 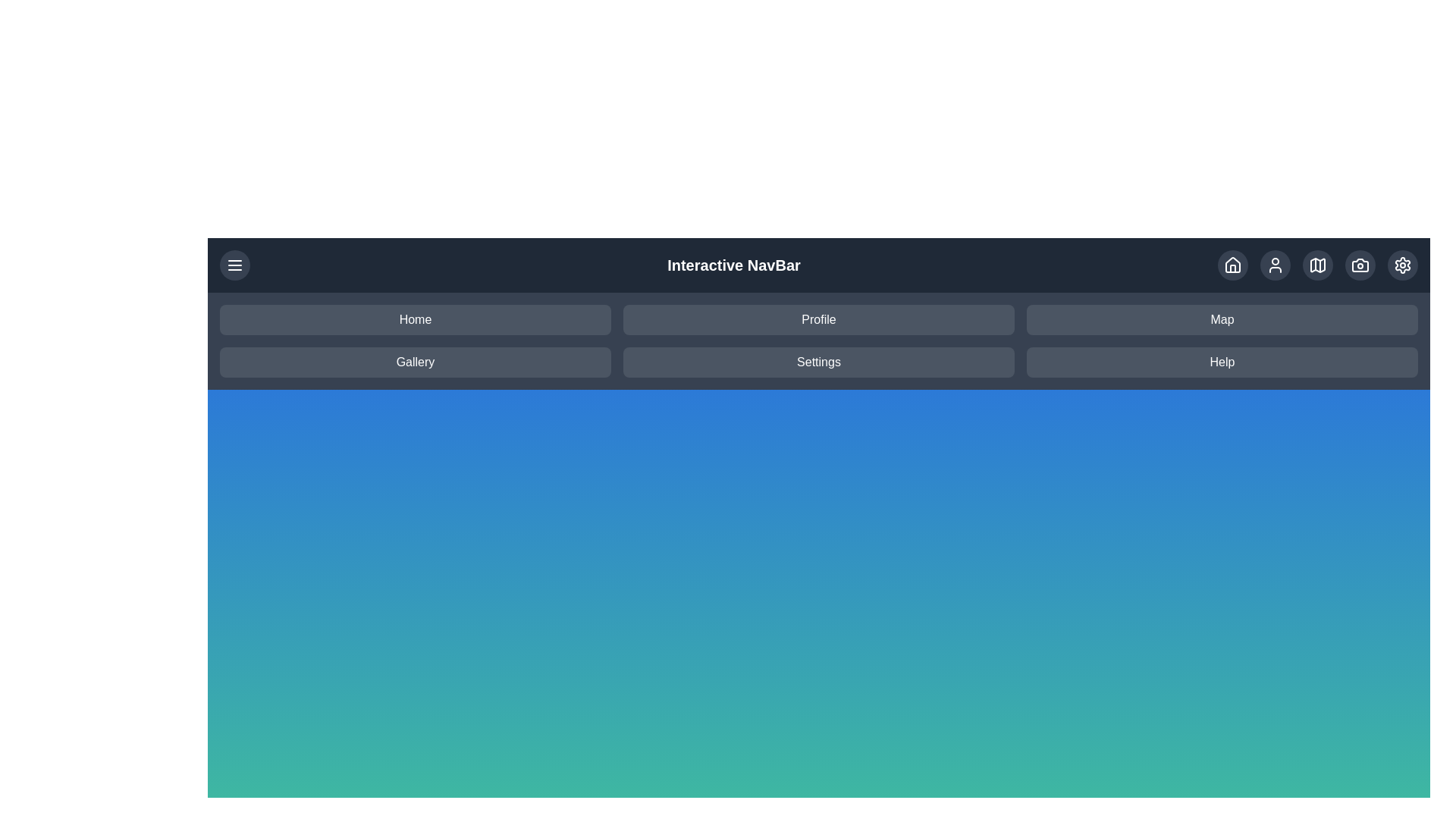 I want to click on the menu item labeled Home, so click(x=415, y=318).